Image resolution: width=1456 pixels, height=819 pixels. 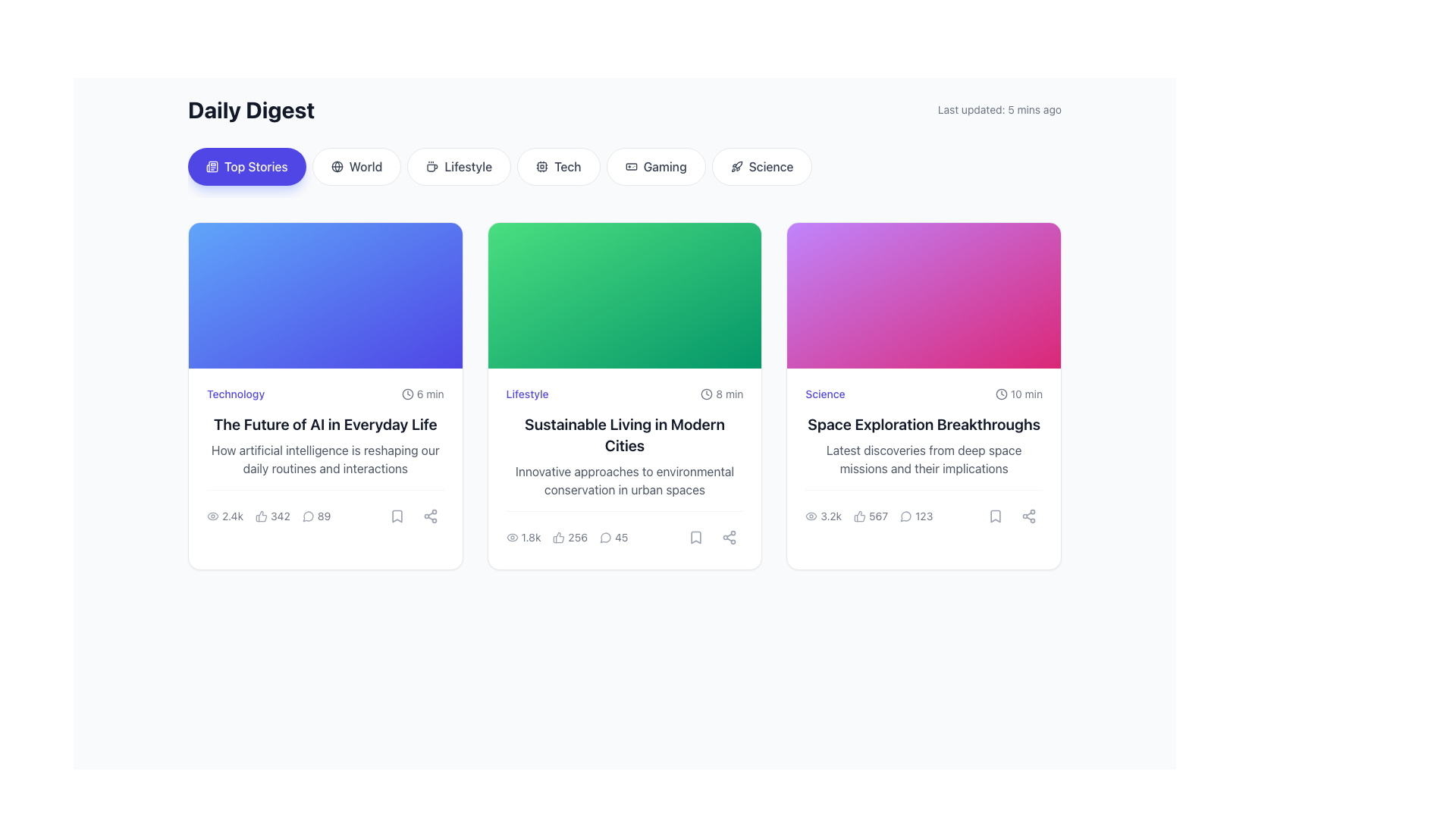 What do you see at coordinates (730, 537) in the screenshot?
I see `the circular gray button with a share icon located in the lower-right corner of the 'Sustainable Living in Modern Cities' card` at bounding box center [730, 537].